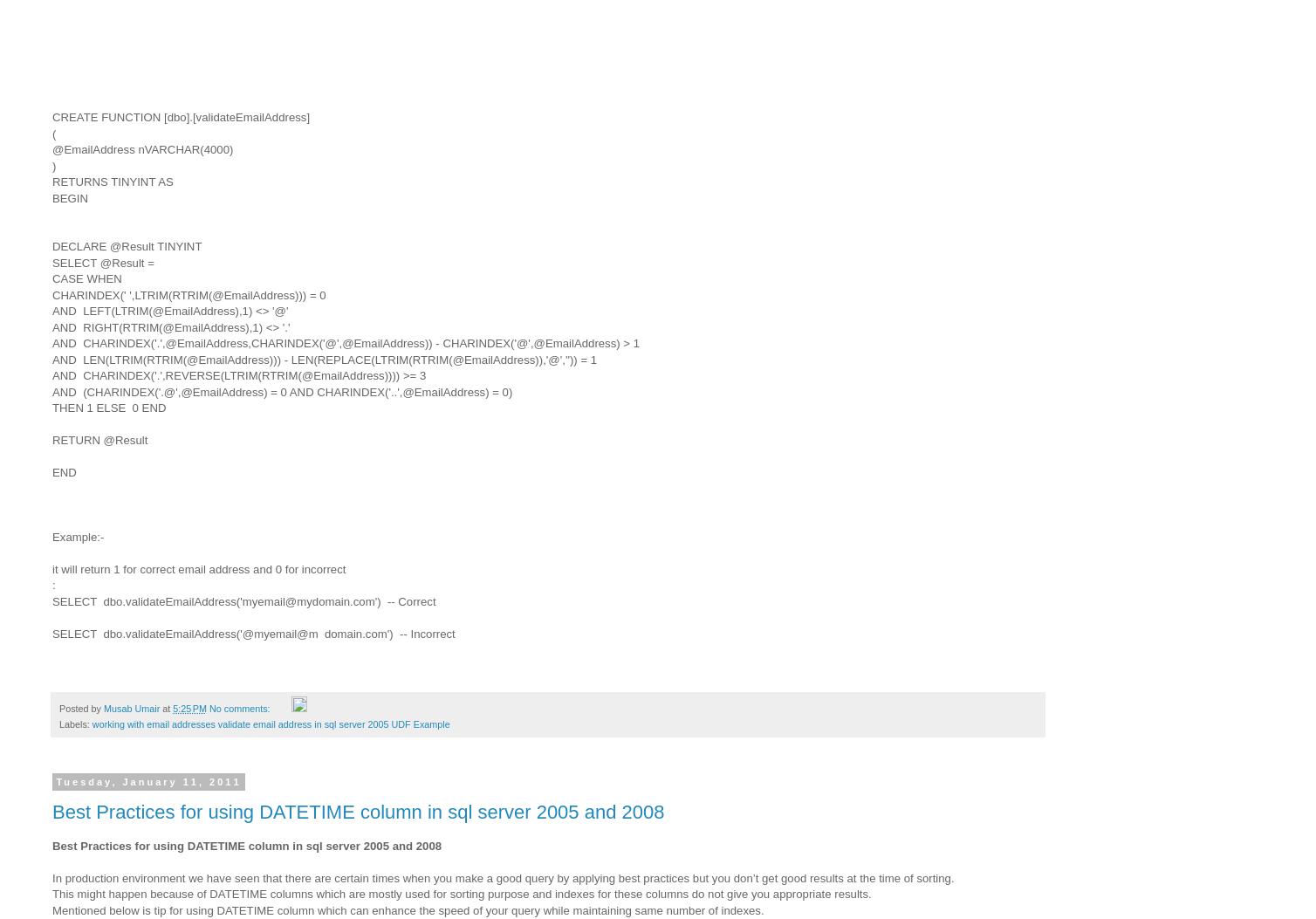 The width and height of the screenshot is (1316, 919). What do you see at coordinates (188, 293) in the screenshot?
I see `'CHARINDEX(' ',LTRIM(RTRIM(@EmailAddress))) = 0'` at bounding box center [188, 293].